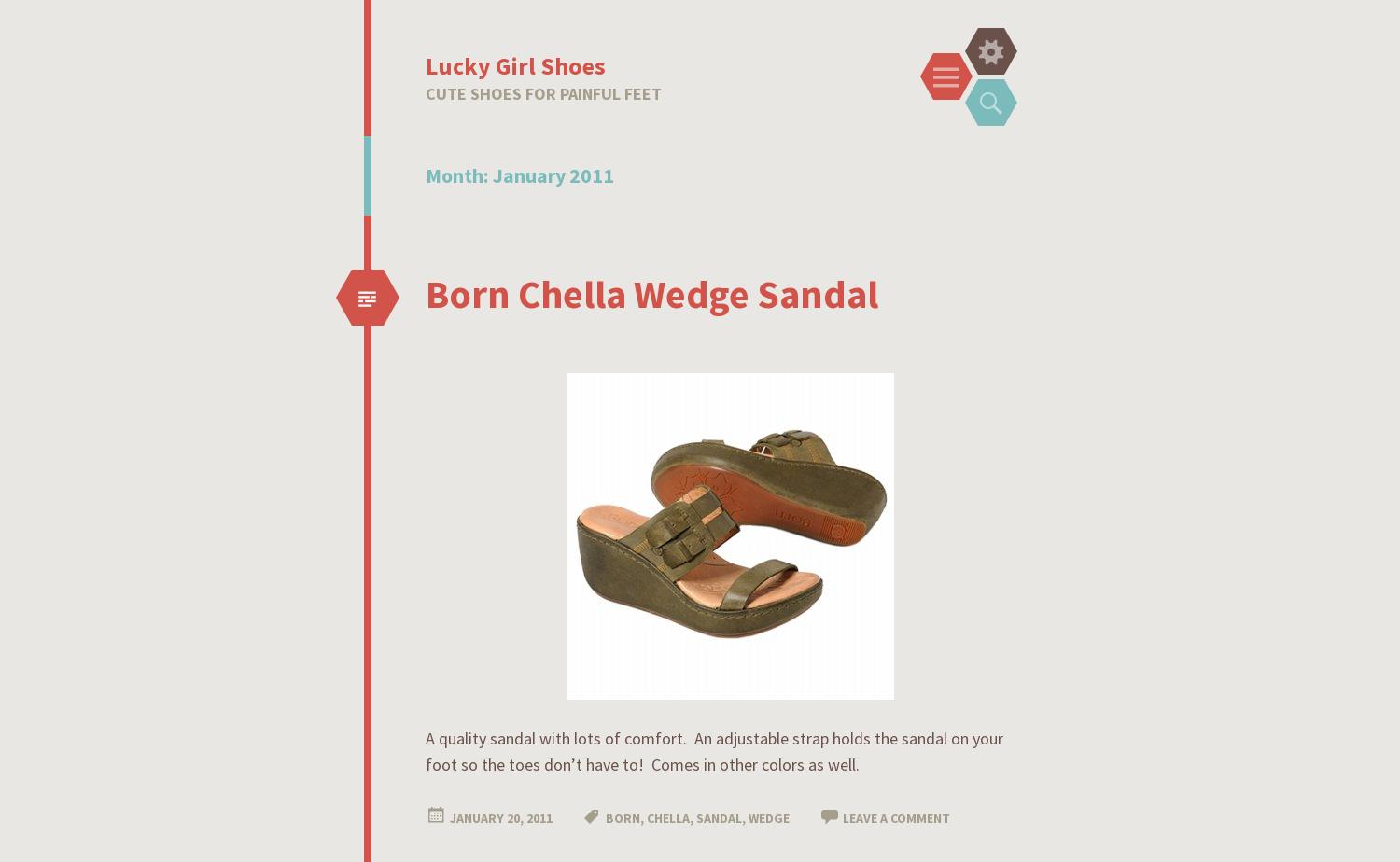 The image size is (1400, 862). Describe the element at coordinates (843, 817) in the screenshot. I see `'Leave a comment'` at that location.